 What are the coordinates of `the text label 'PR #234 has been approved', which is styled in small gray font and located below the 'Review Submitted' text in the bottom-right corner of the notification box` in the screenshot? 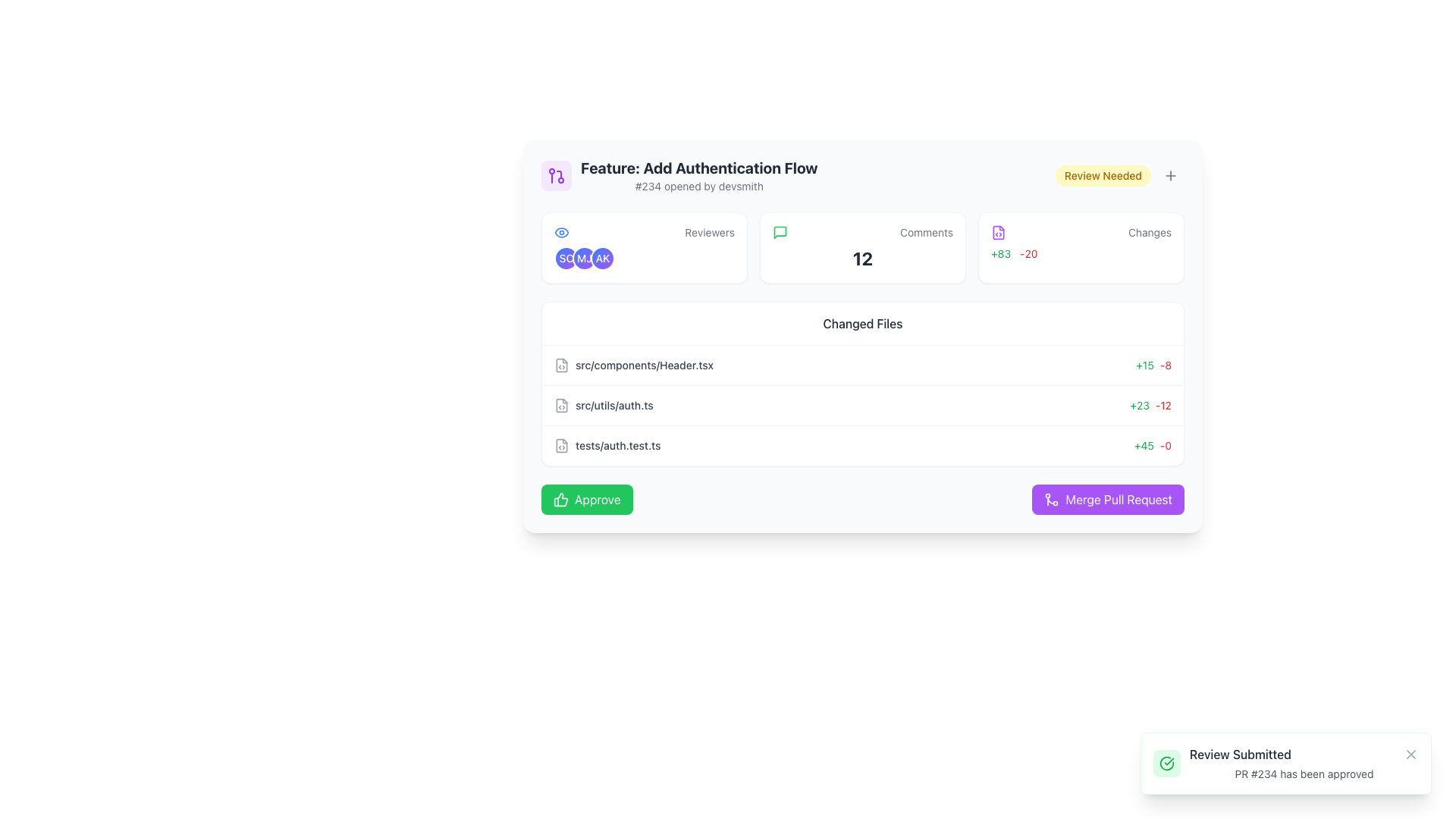 It's located at (1303, 774).